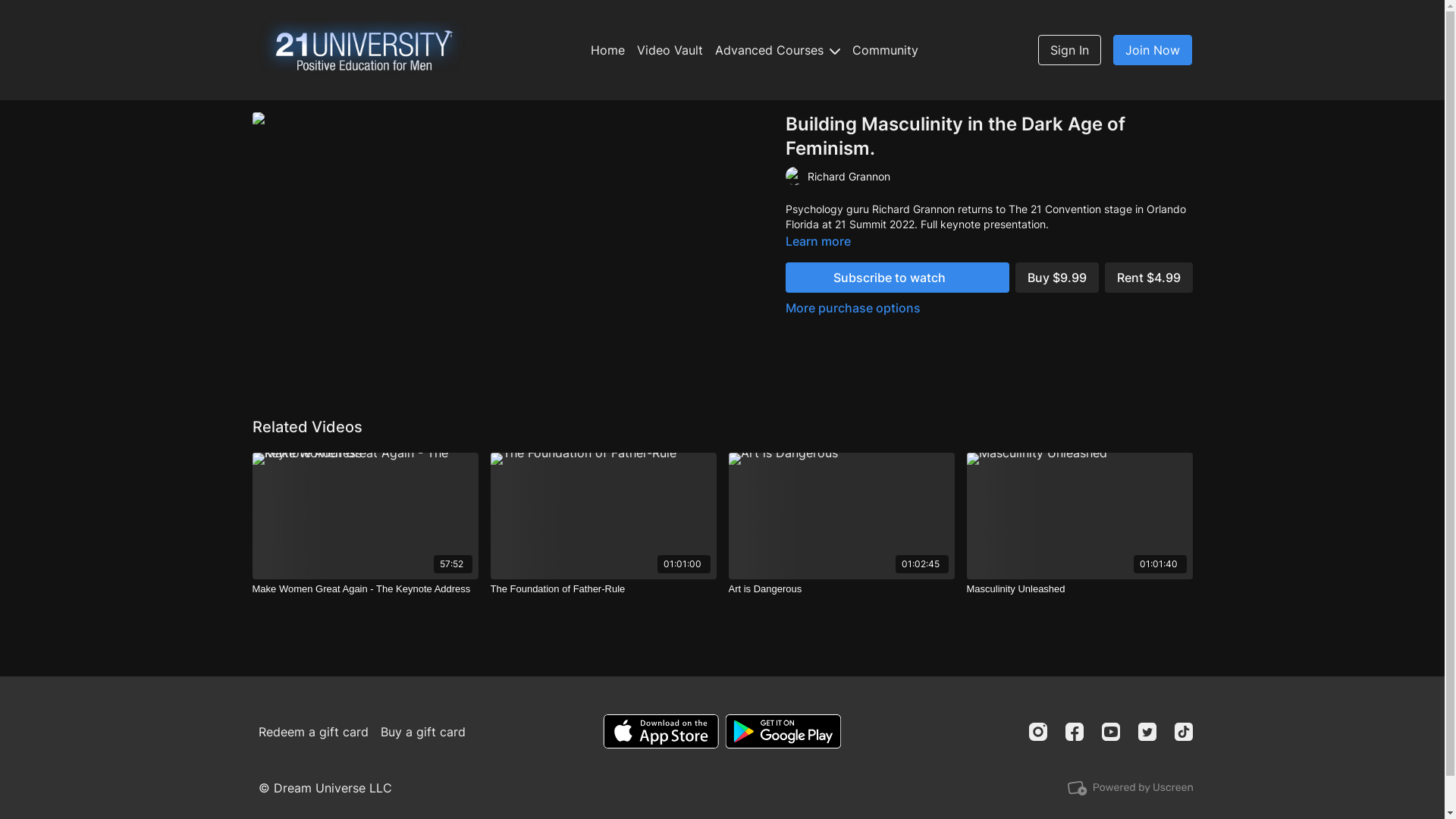 This screenshot has height=819, width=1456. I want to click on 'Sign In', so click(1068, 49).